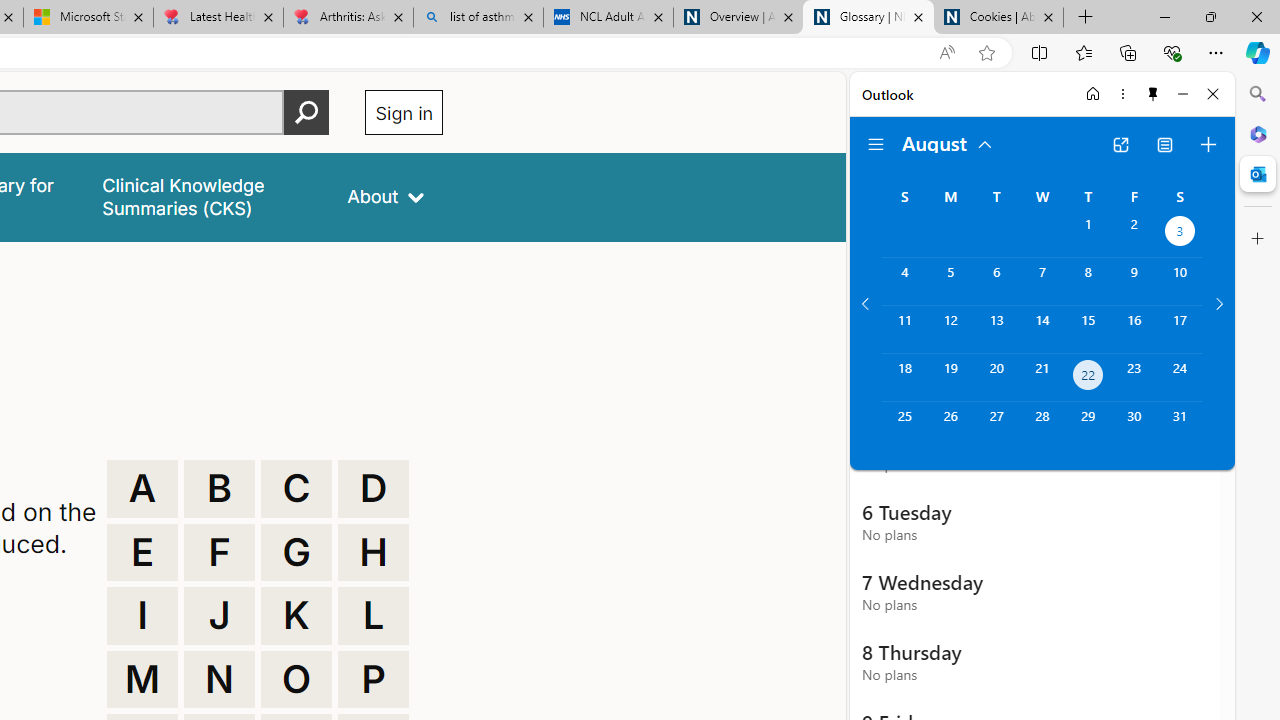 This screenshot has width=1280, height=720. What do you see at coordinates (141, 488) in the screenshot?
I see `'A'` at bounding box center [141, 488].